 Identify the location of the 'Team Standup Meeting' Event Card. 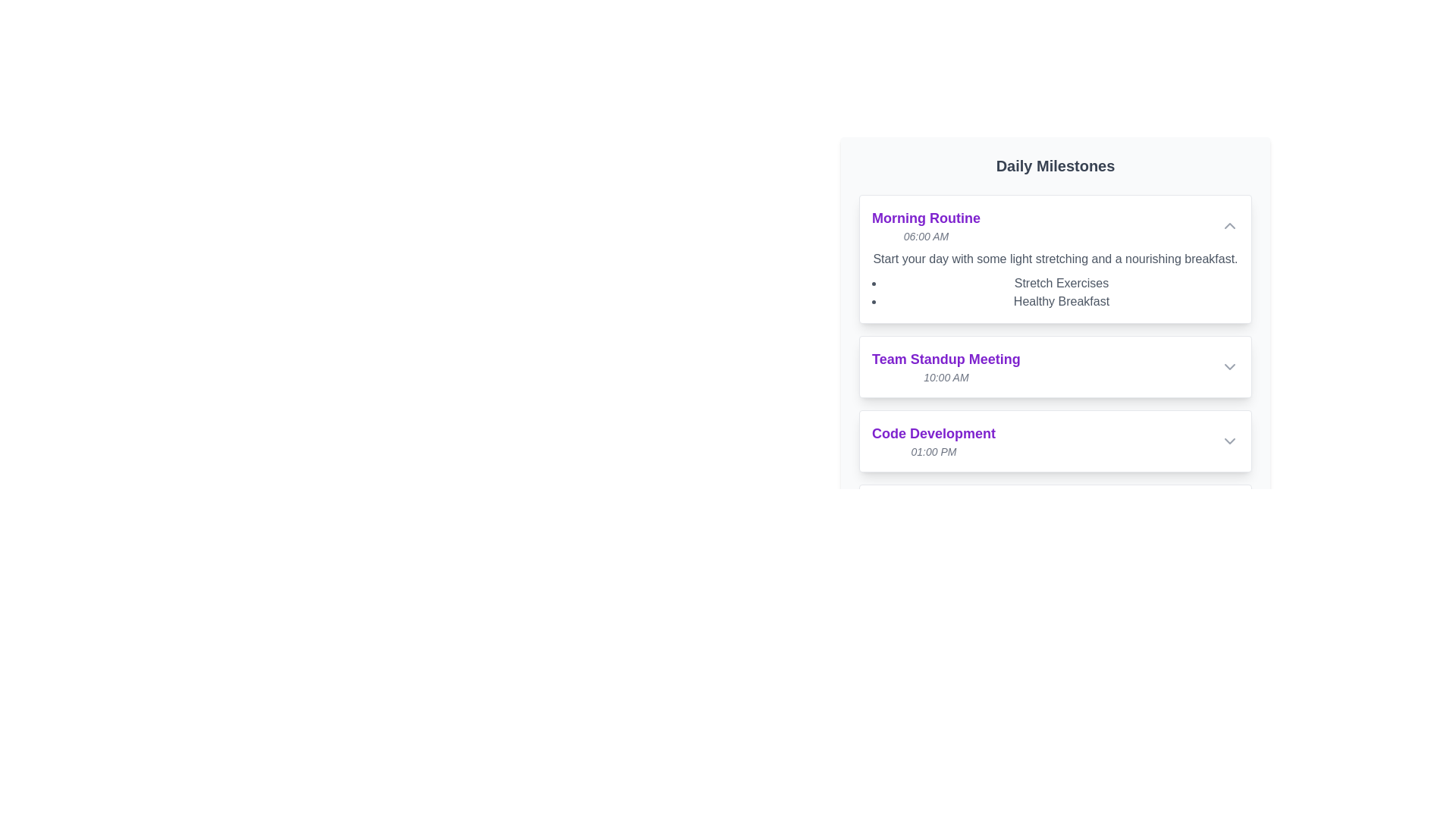
(1055, 371).